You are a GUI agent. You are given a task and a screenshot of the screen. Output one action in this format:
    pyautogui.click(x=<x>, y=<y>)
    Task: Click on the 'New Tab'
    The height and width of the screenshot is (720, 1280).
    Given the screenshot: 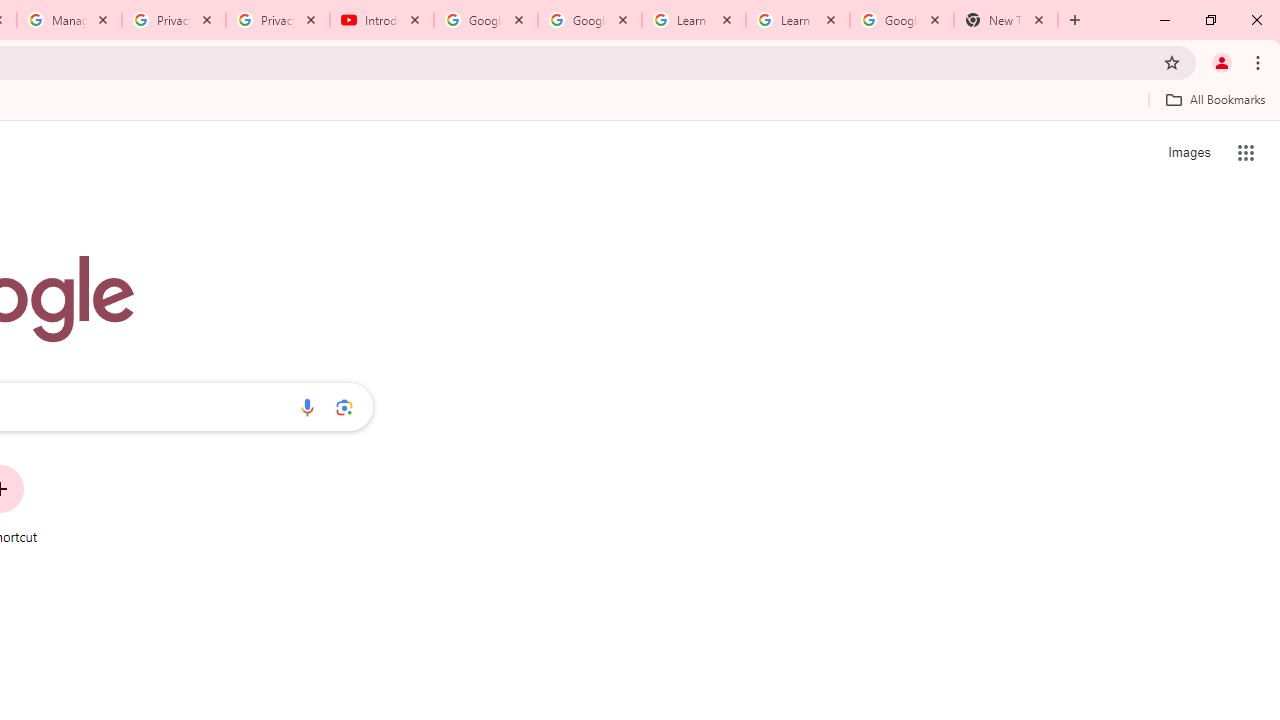 What is the action you would take?
    pyautogui.click(x=1006, y=20)
    